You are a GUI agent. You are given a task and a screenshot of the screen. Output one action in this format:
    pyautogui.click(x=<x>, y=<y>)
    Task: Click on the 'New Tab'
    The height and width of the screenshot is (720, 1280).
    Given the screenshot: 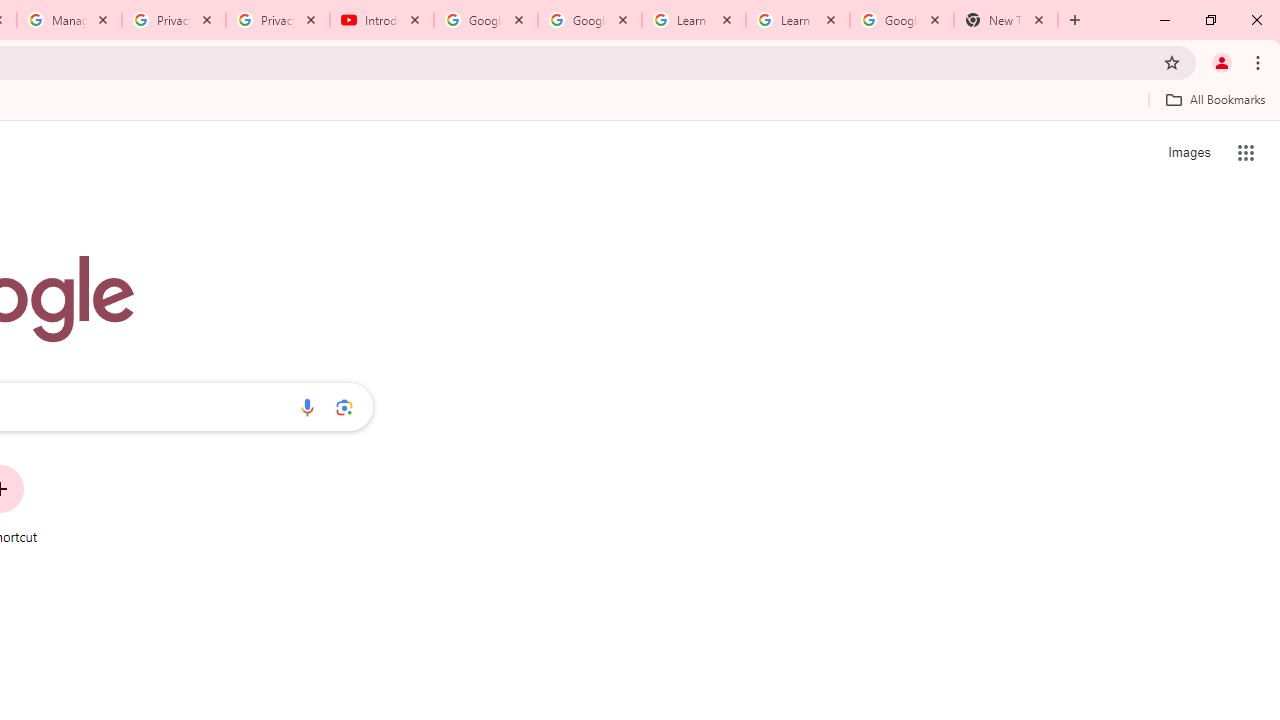 What is the action you would take?
    pyautogui.click(x=1006, y=20)
    